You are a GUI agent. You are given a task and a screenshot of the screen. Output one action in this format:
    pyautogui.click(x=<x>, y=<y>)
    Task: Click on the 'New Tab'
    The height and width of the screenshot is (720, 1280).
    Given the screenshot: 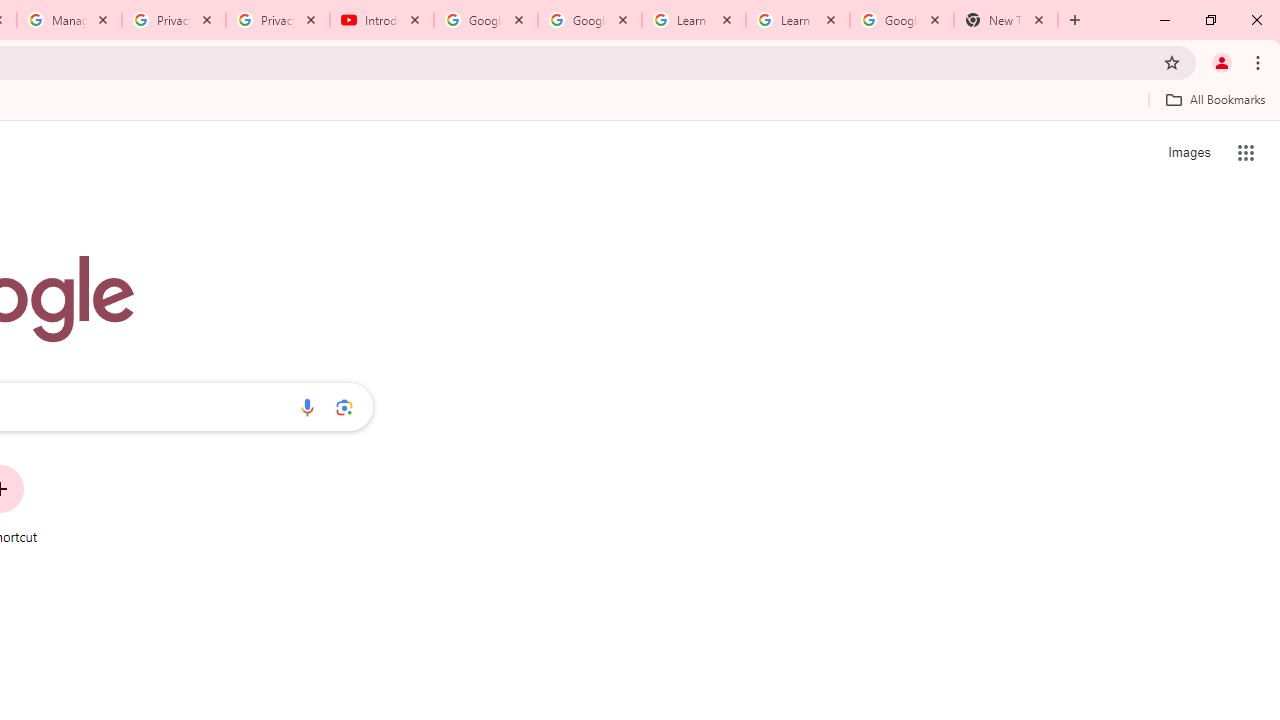 What is the action you would take?
    pyautogui.click(x=1006, y=20)
    